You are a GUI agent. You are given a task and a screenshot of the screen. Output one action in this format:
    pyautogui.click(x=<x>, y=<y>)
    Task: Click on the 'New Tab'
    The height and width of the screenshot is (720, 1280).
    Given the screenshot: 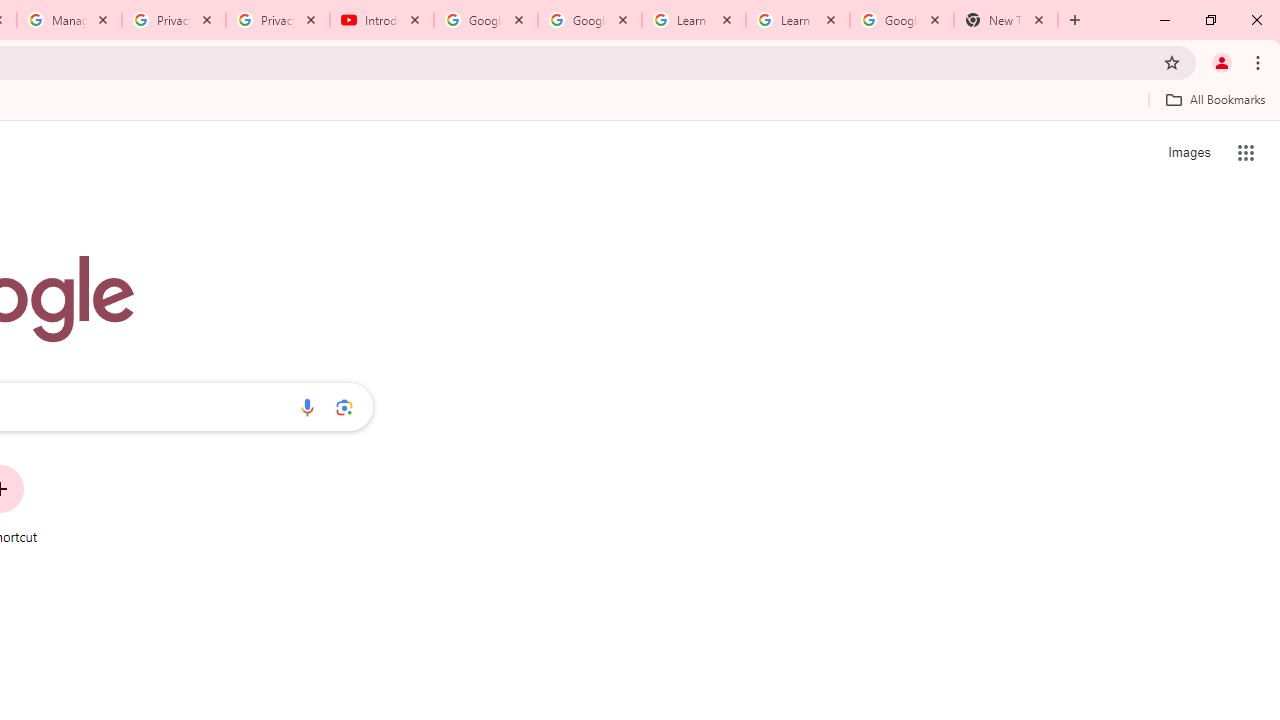 What is the action you would take?
    pyautogui.click(x=1006, y=20)
    